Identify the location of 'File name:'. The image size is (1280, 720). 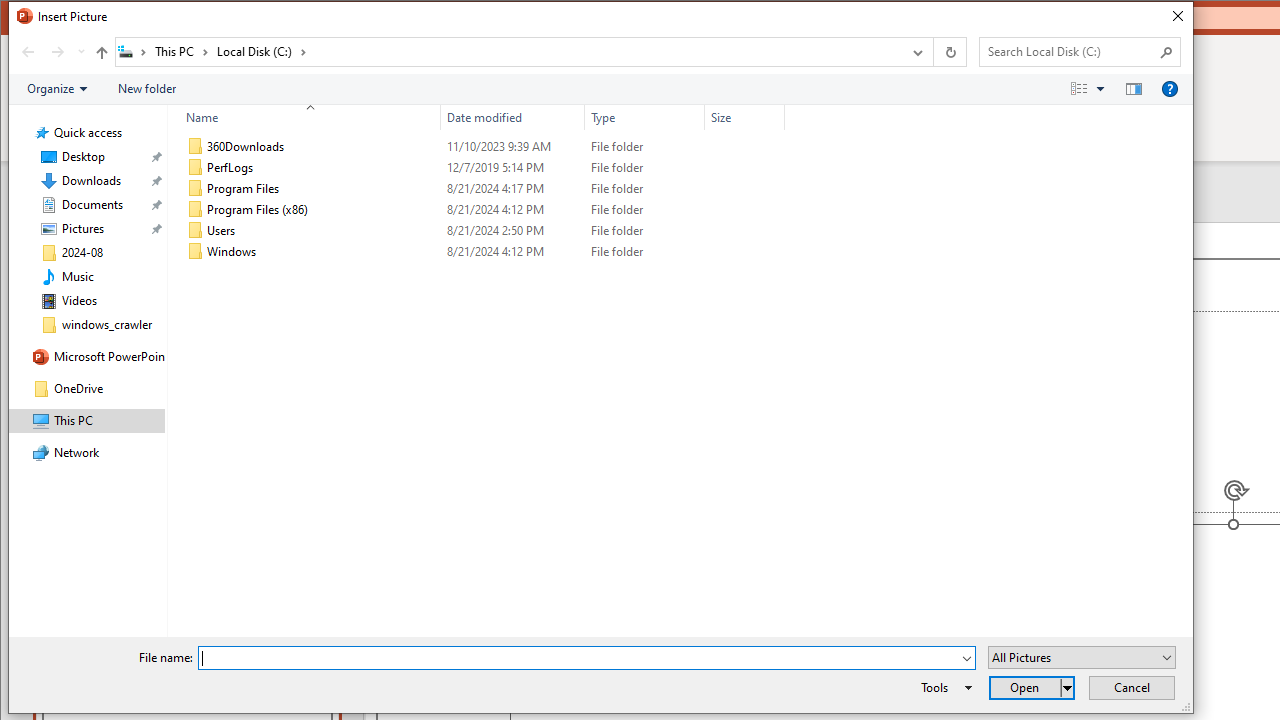
(585, 658).